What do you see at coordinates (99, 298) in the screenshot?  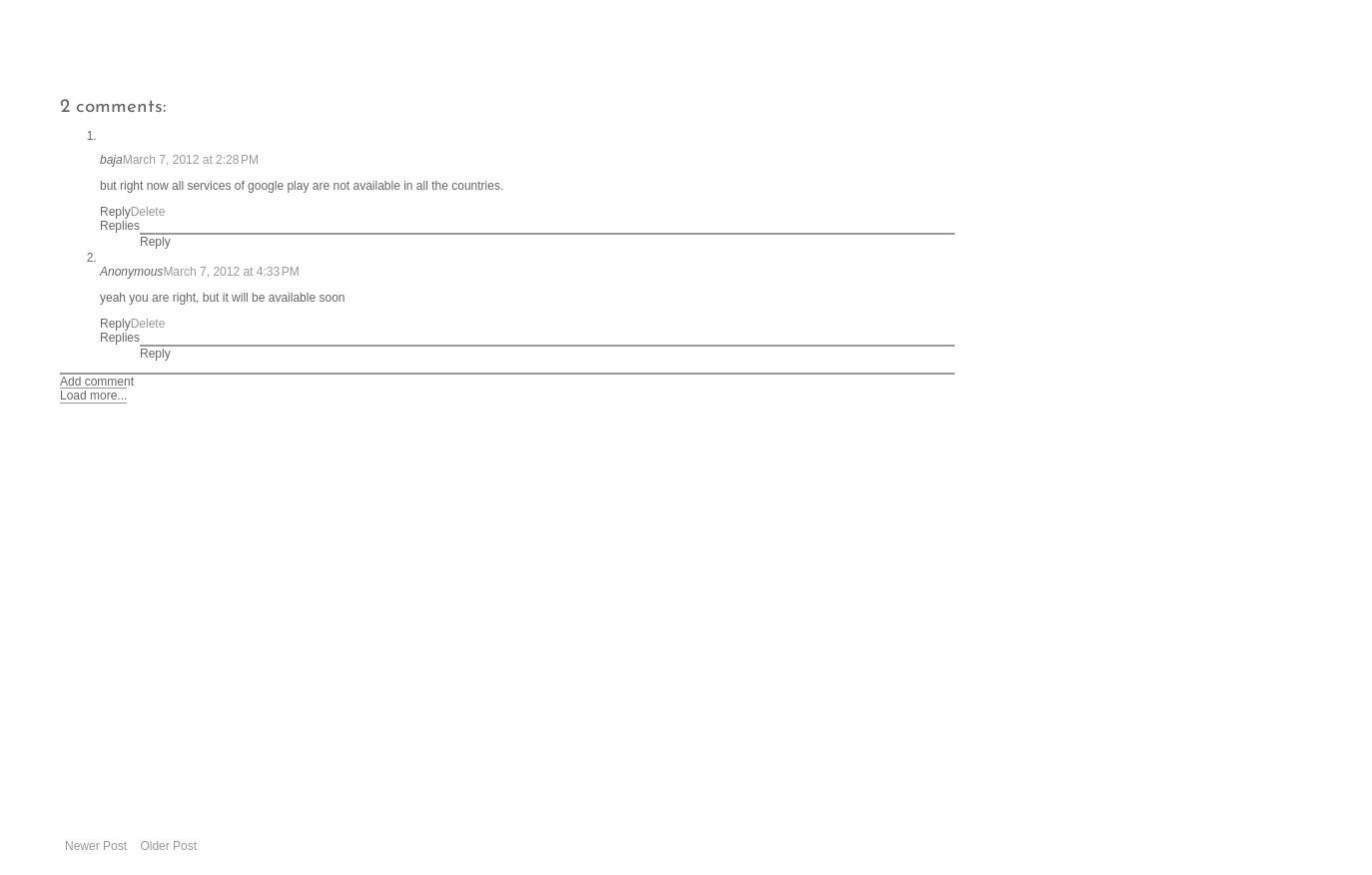 I see `'yeah you are right, but it will be available soon'` at bounding box center [99, 298].